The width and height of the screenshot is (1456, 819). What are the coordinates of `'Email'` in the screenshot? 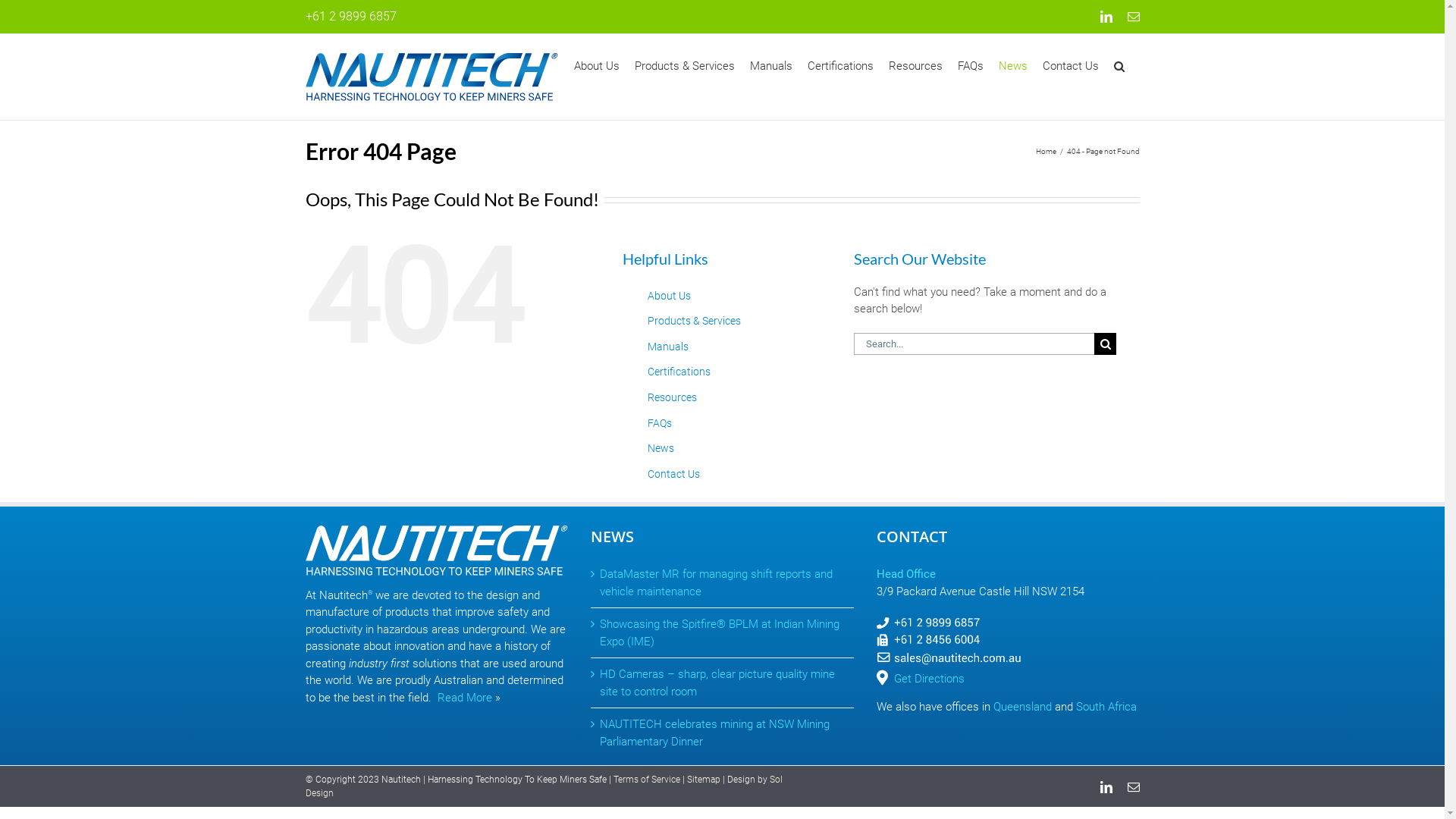 It's located at (1132, 786).